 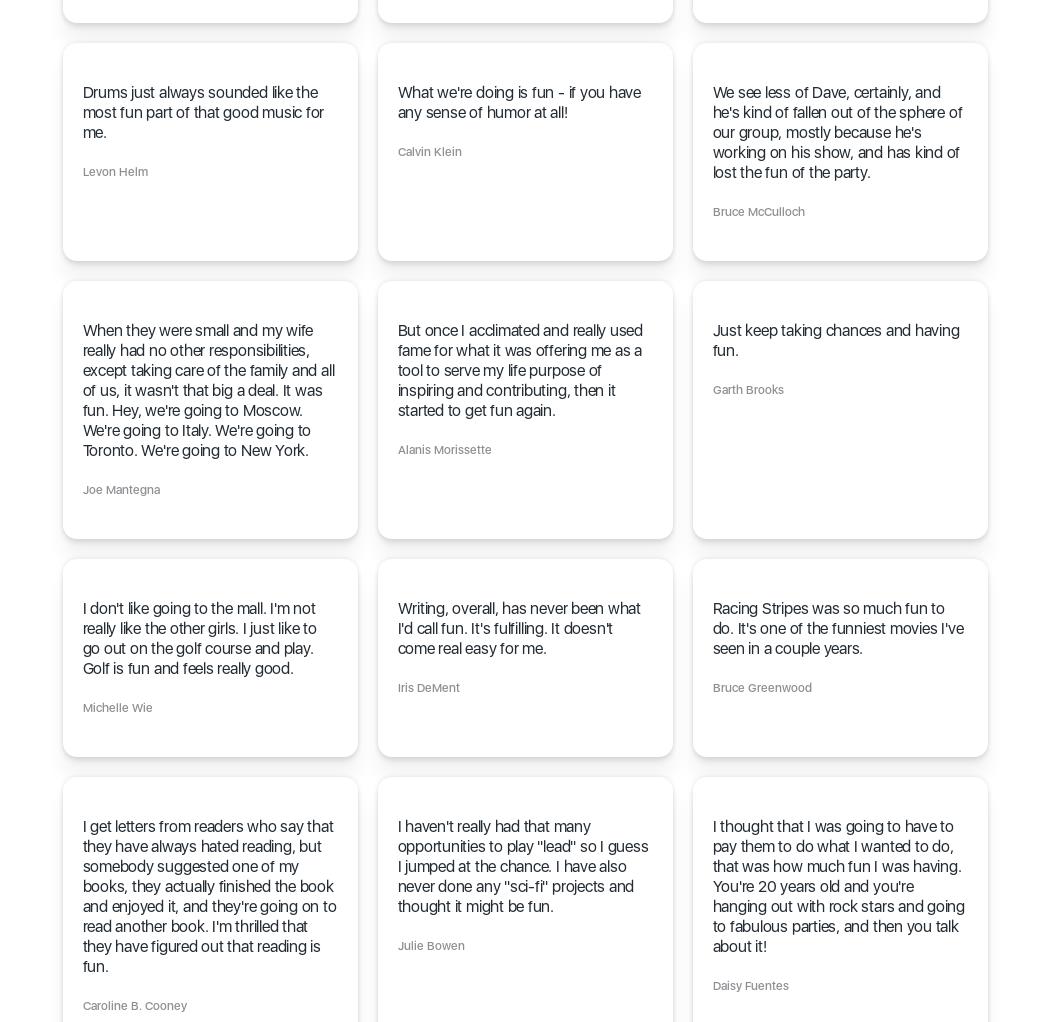 What do you see at coordinates (113, 171) in the screenshot?
I see `'Levon Helm'` at bounding box center [113, 171].